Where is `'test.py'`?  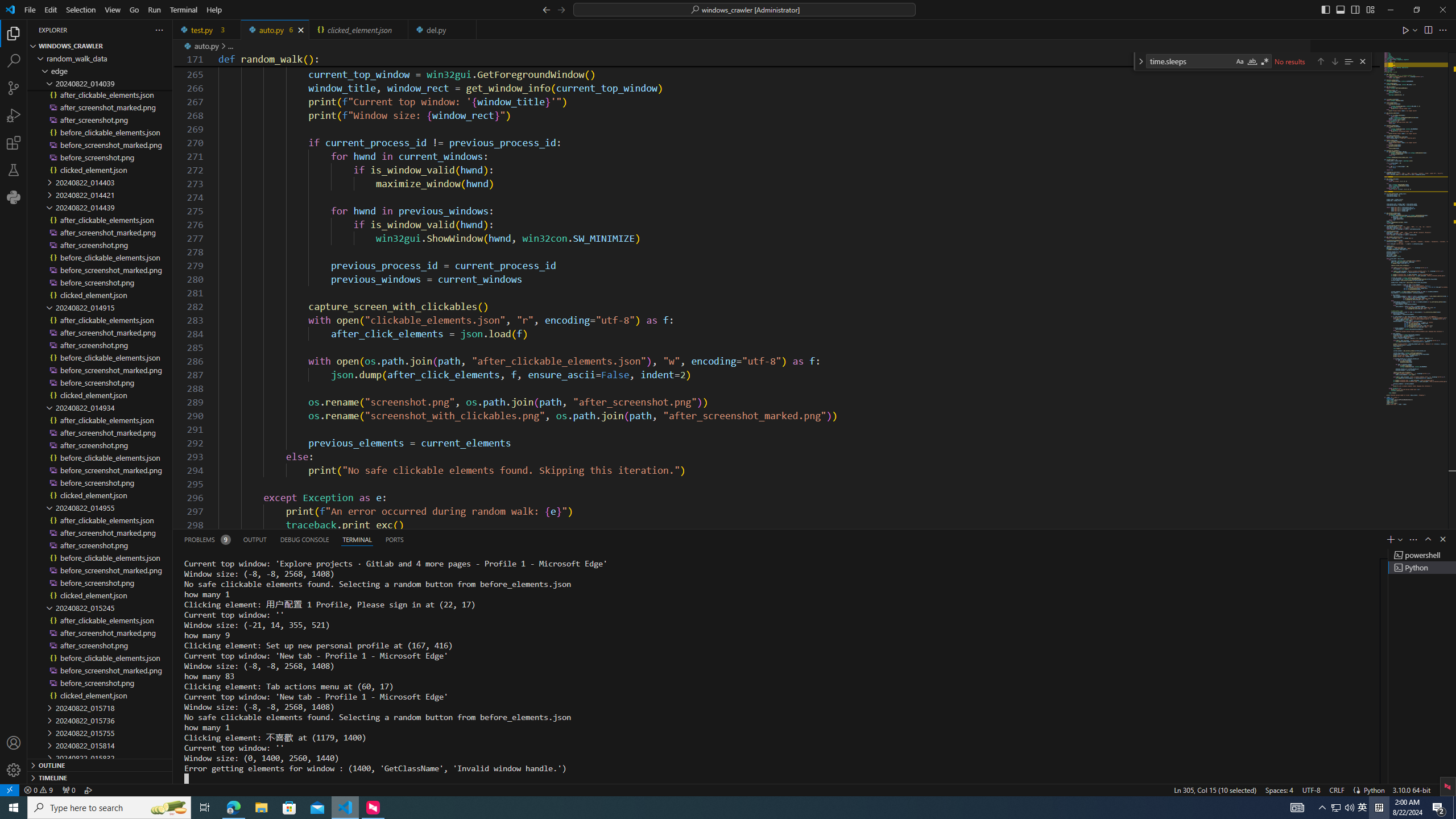
'test.py' is located at coordinates (206, 29).